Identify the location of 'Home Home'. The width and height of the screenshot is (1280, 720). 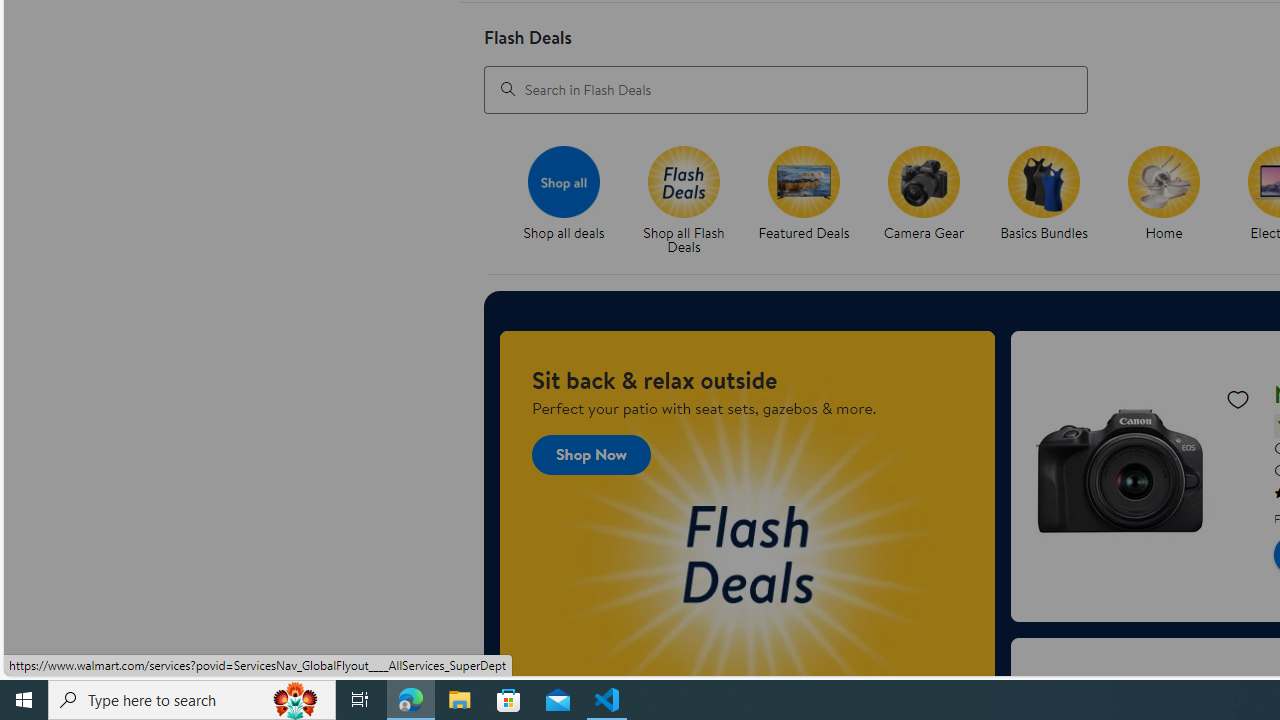
(1164, 194).